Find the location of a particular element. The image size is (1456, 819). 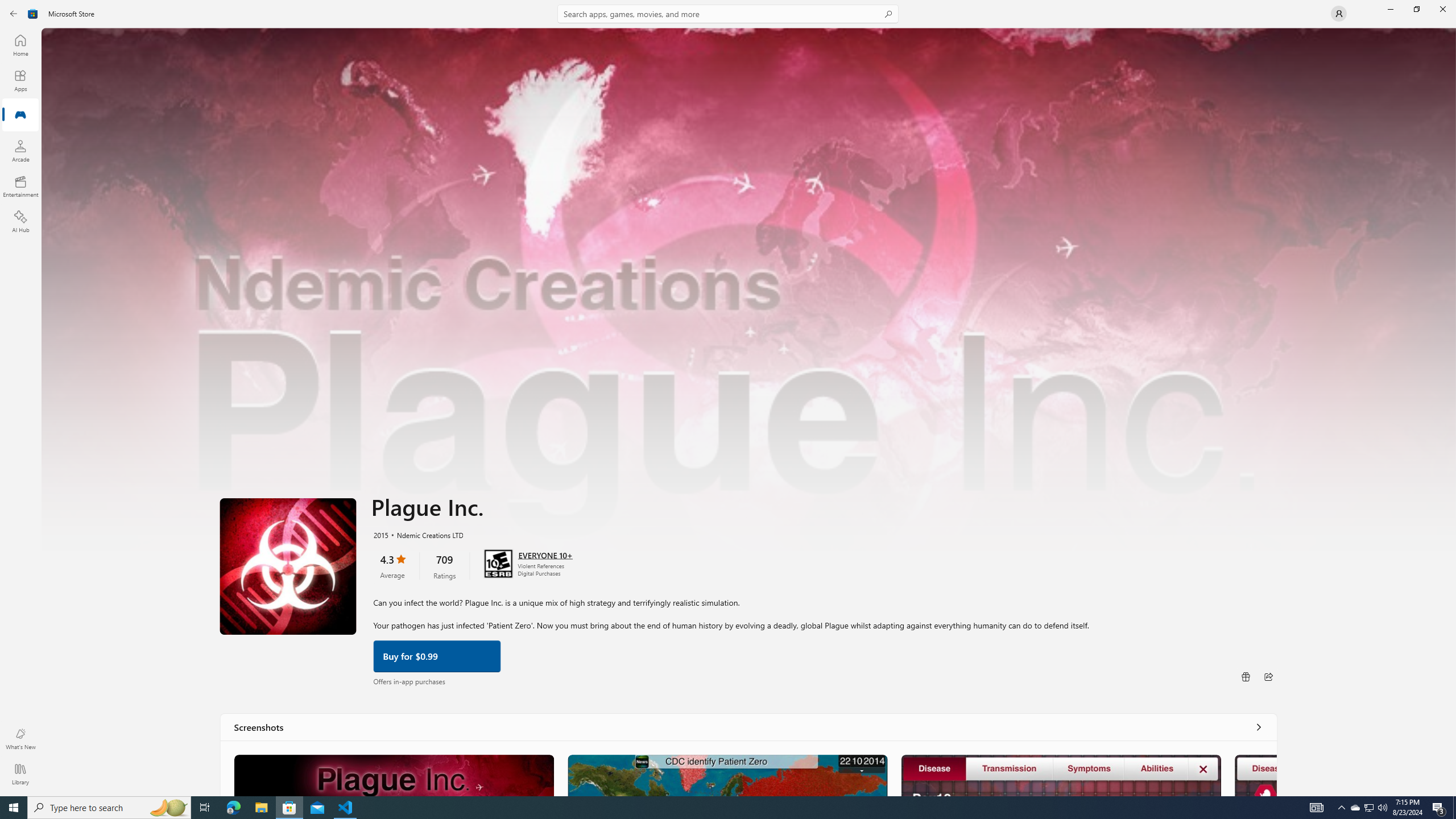

'Class: Image' is located at coordinates (32, 13).